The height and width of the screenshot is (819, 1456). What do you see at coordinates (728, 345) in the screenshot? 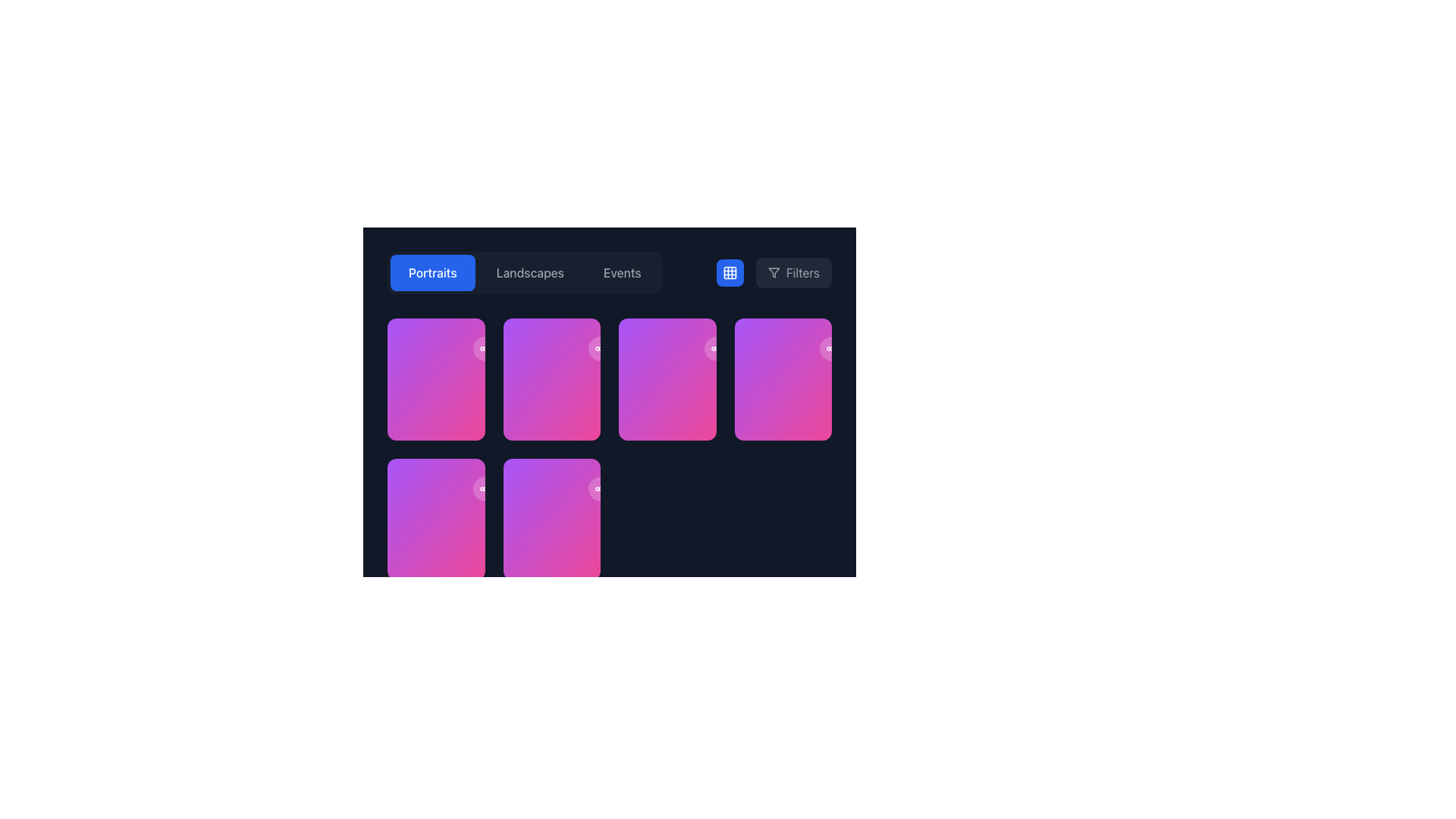
I see `the interactive buttons in the top-right corner of the card located in the second row, third from the left` at bounding box center [728, 345].